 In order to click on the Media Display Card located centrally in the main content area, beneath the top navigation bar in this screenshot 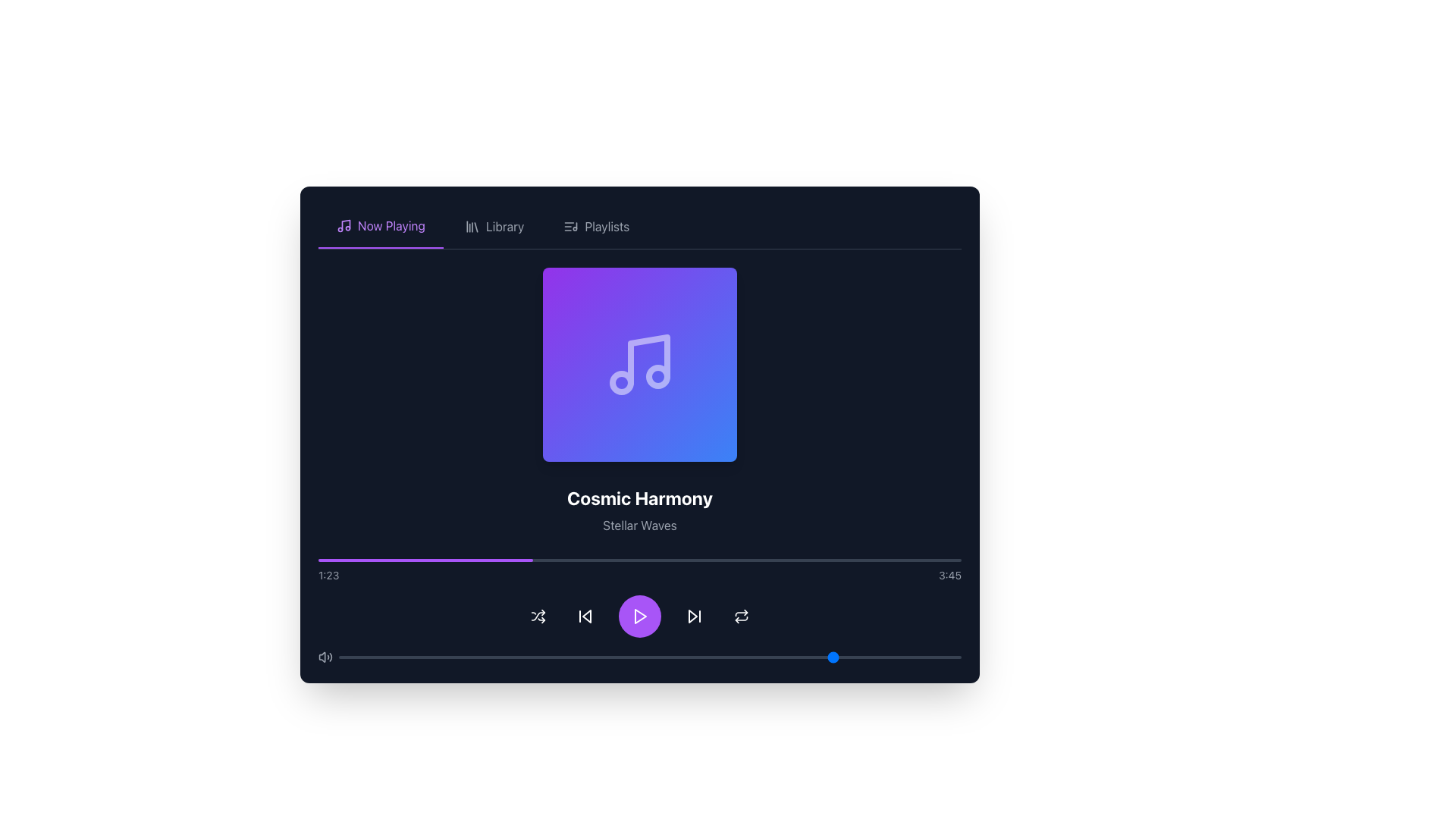, I will do `click(640, 465)`.